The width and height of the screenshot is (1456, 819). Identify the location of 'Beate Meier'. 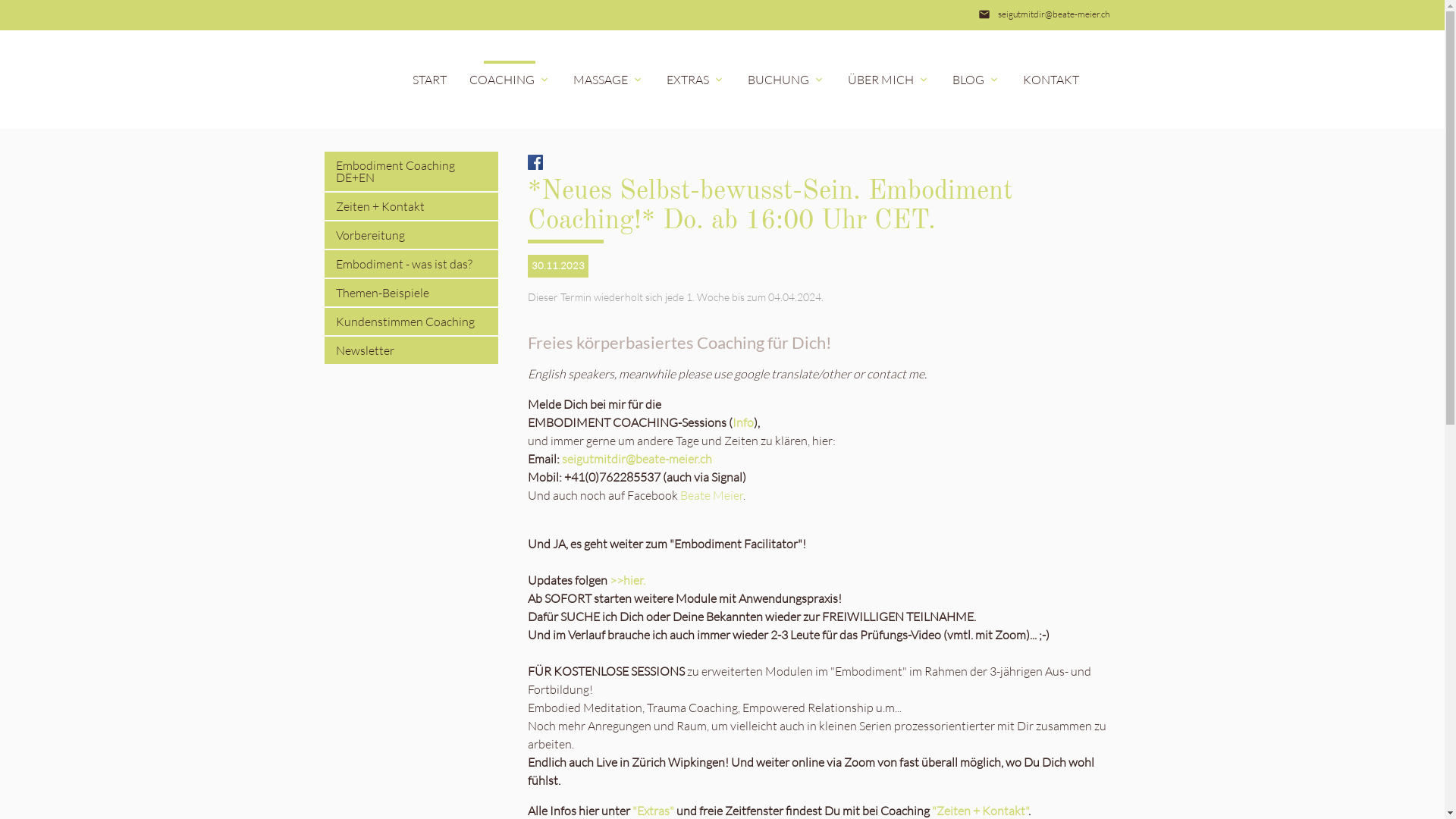
(711, 494).